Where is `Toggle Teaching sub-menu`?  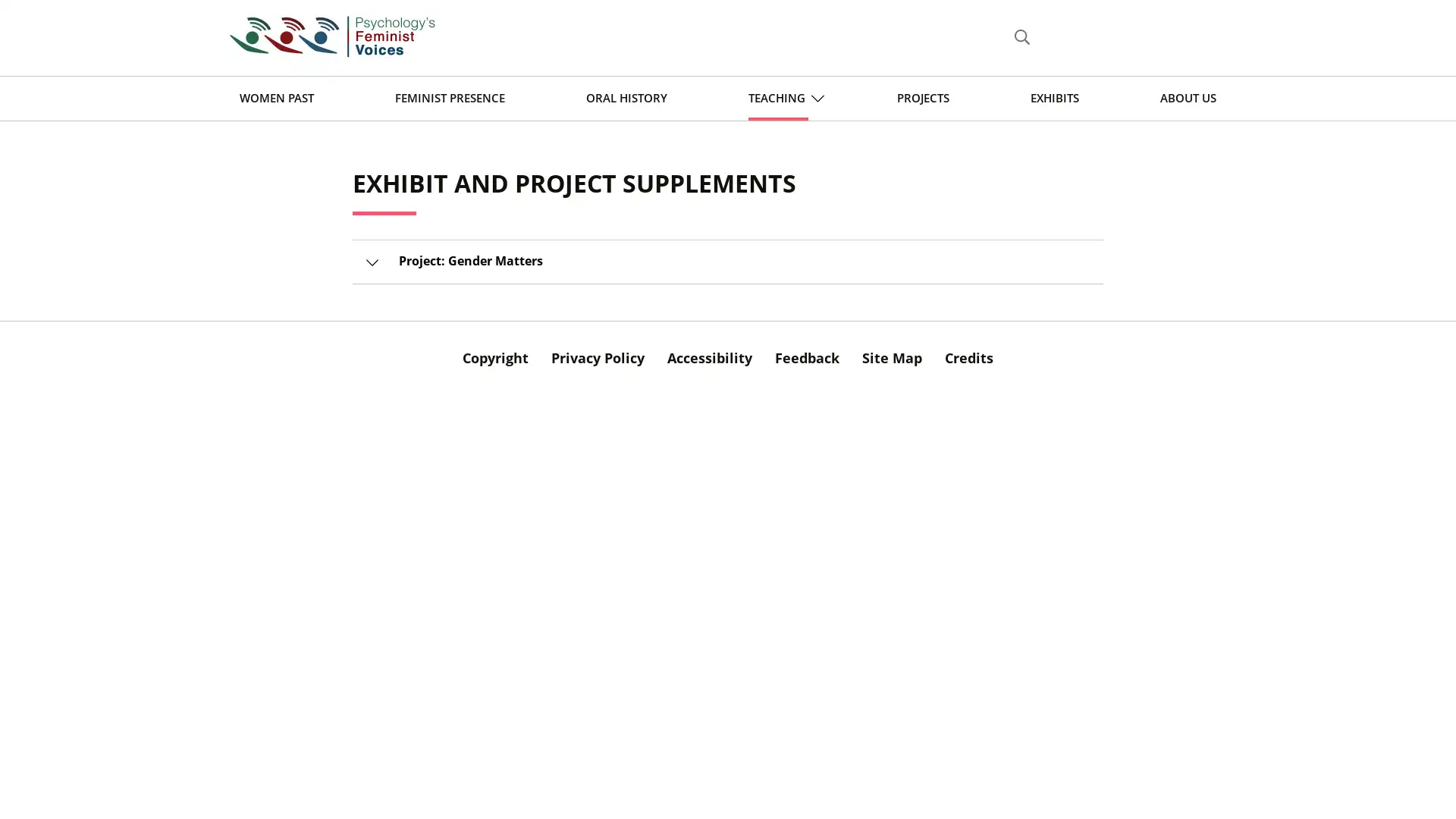
Toggle Teaching sub-menu is located at coordinates (817, 98).